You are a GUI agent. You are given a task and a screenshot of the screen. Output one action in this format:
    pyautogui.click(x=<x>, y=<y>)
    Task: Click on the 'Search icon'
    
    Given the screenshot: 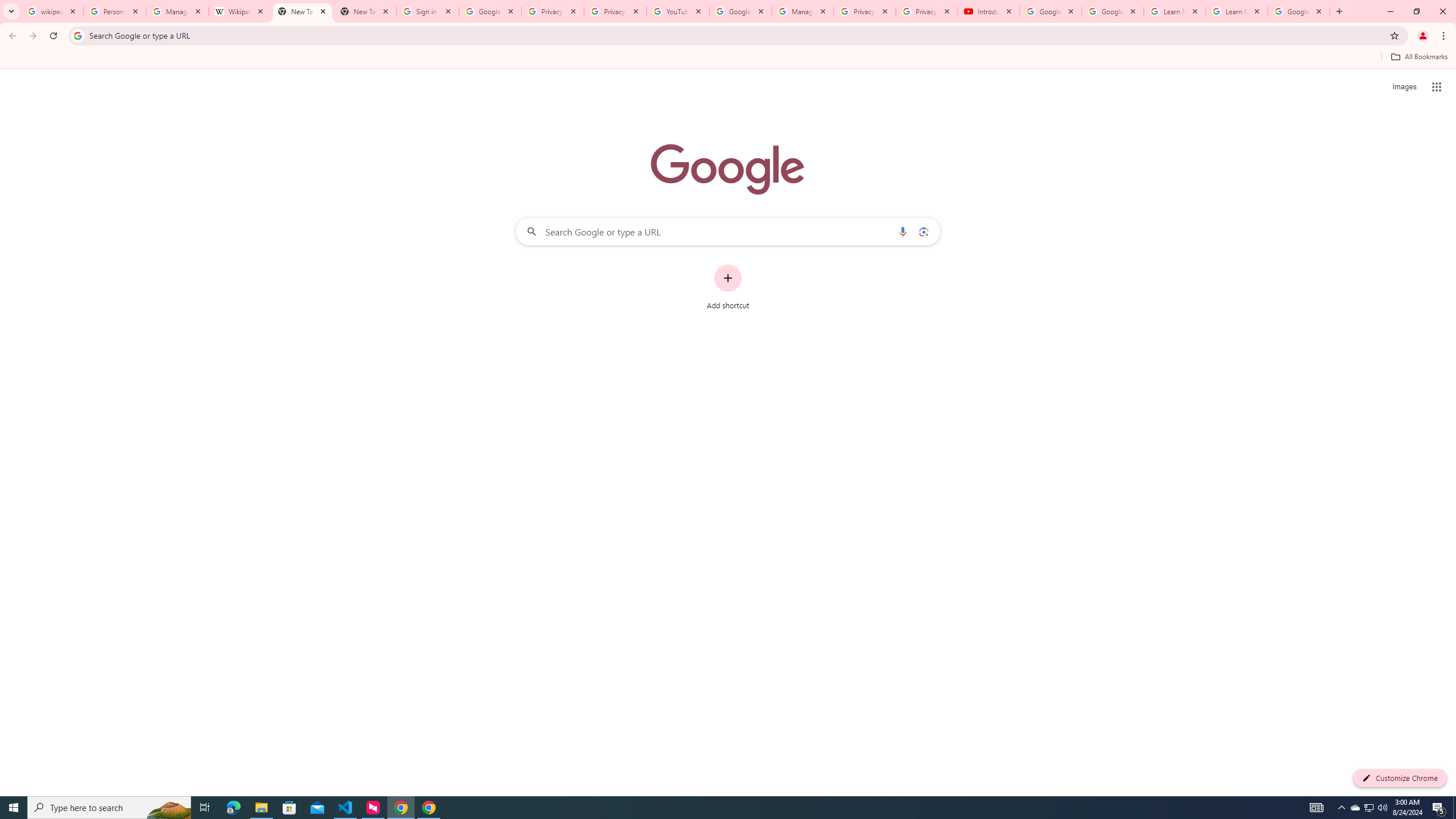 What is the action you would take?
    pyautogui.click(x=77, y=35)
    